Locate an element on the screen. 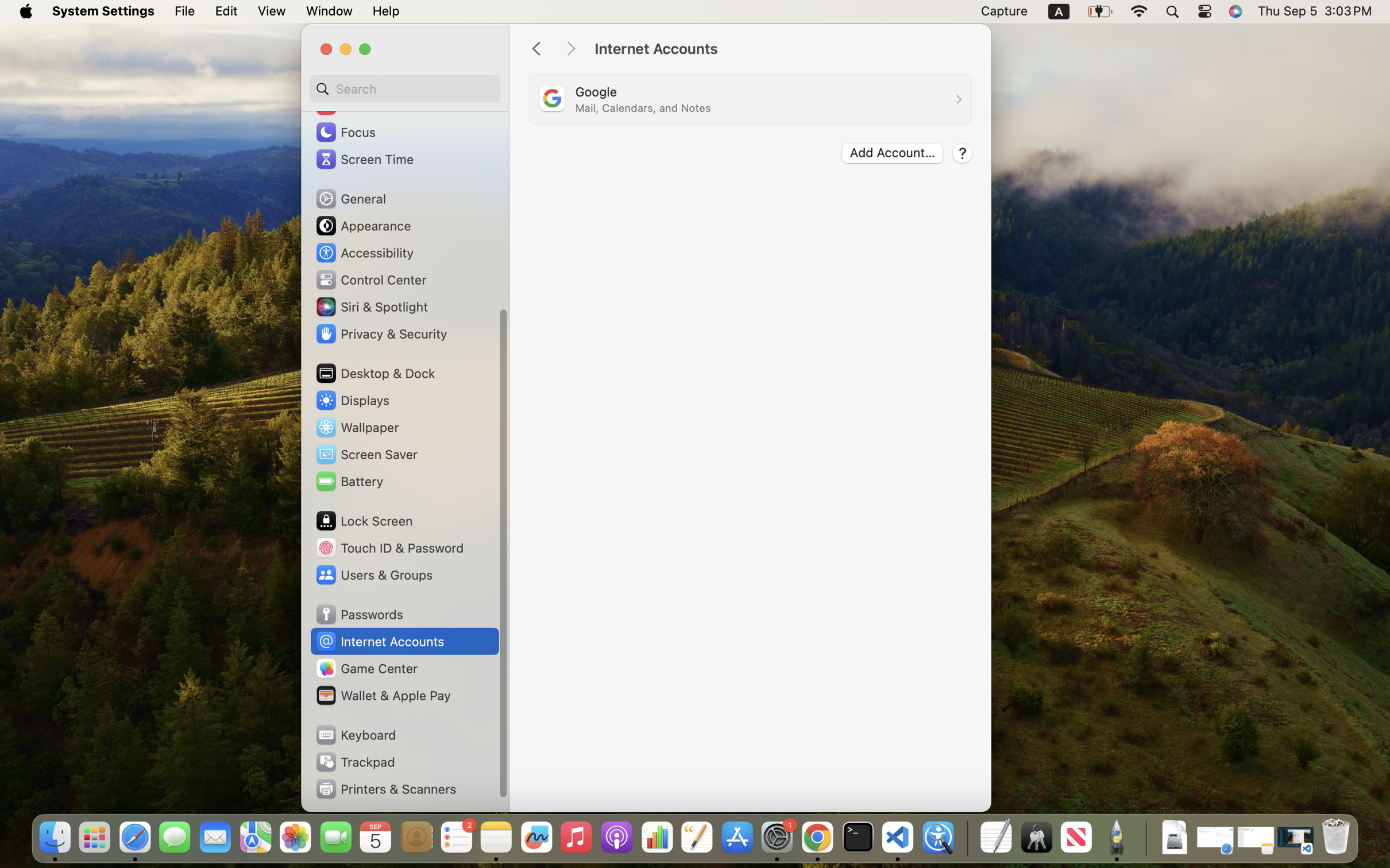  'Battery' is located at coordinates (349, 480).